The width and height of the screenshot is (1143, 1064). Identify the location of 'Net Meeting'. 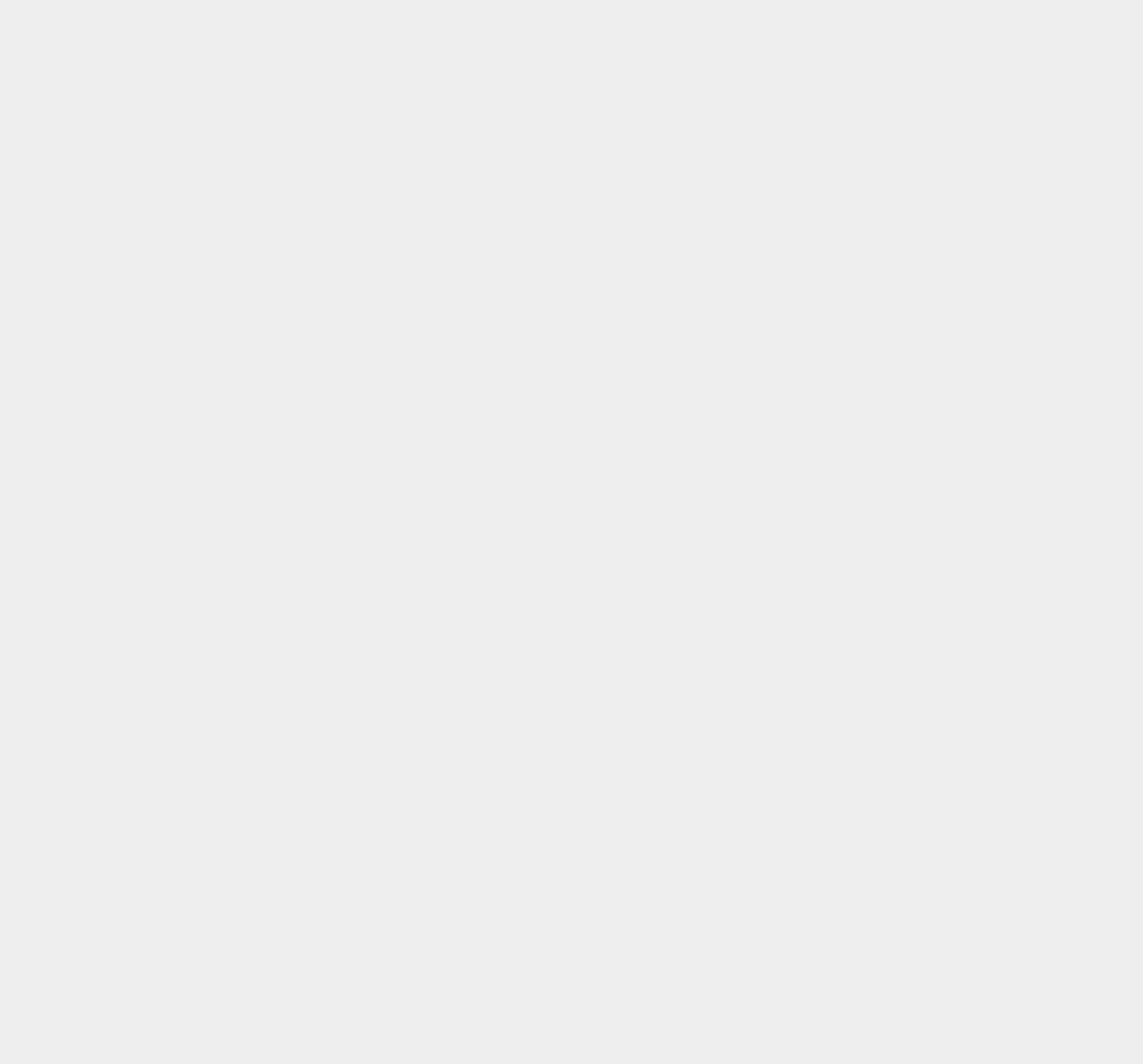
(844, 362).